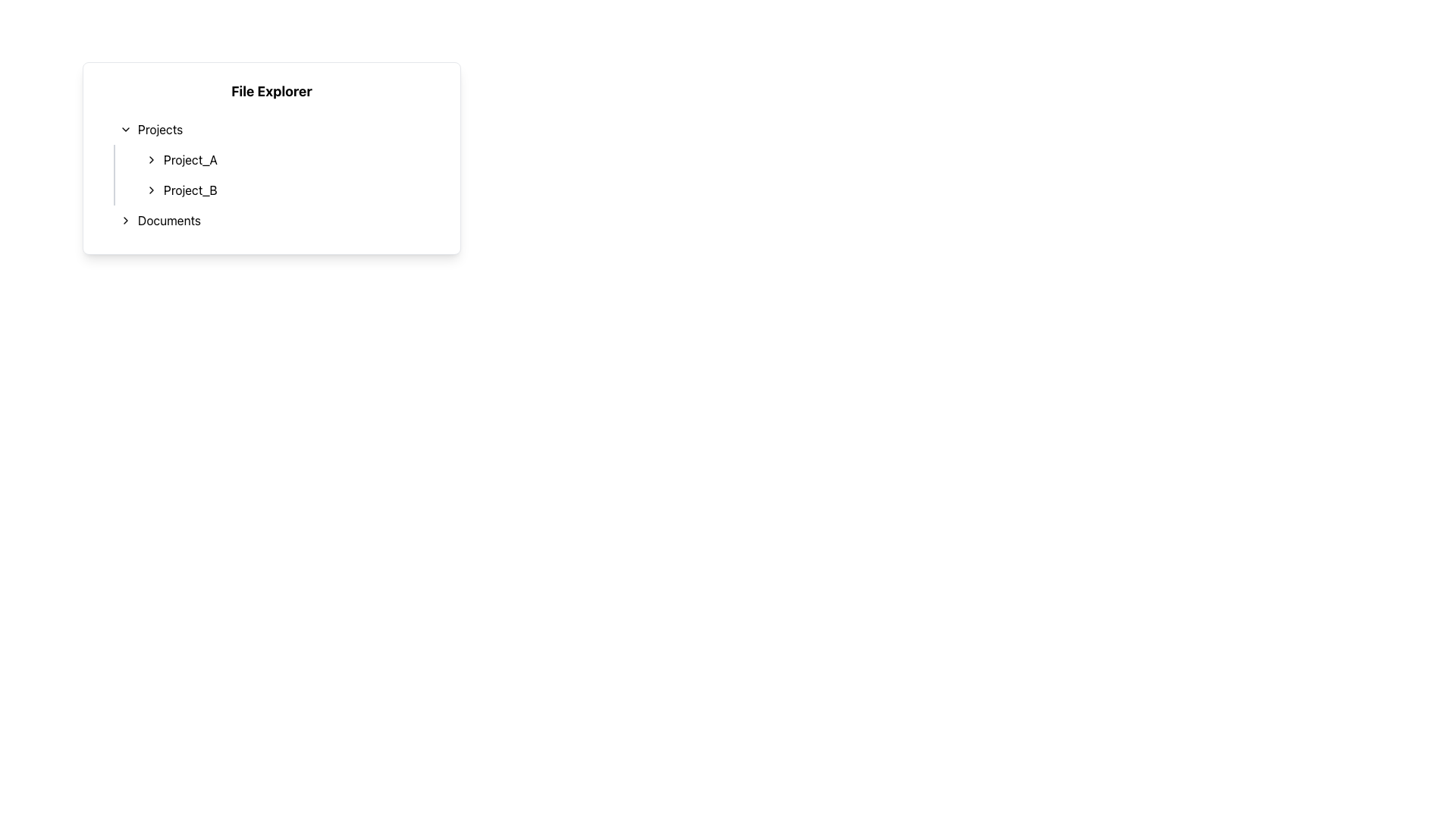 Image resolution: width=1456 pixels, height=819 pixels. I want to click on the Interactive List Item labeled 'Documents' to change its background color, which is the third visible item in the file explorer interface, so click(278, 220).